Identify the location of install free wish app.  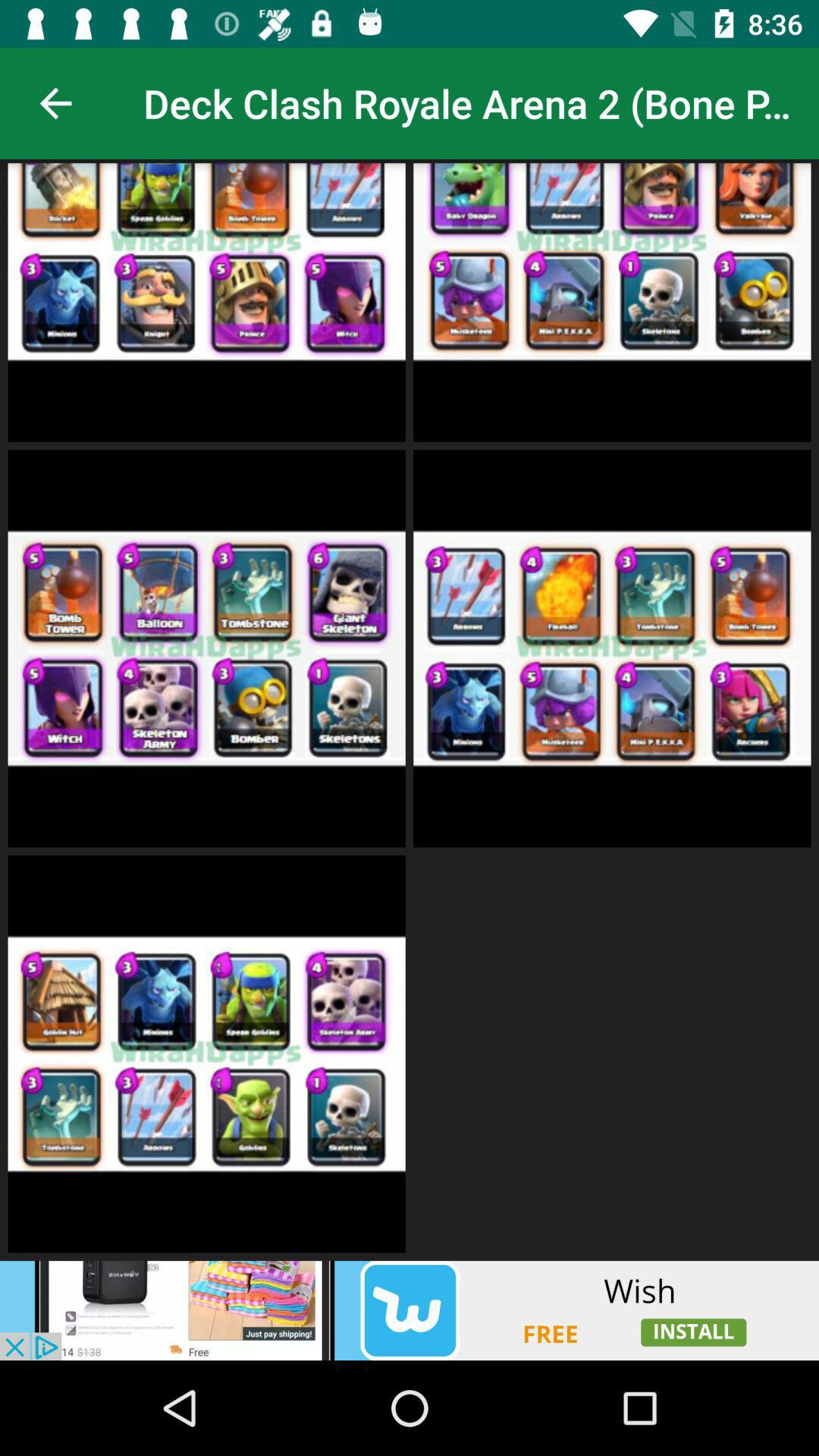
(409, 1310).